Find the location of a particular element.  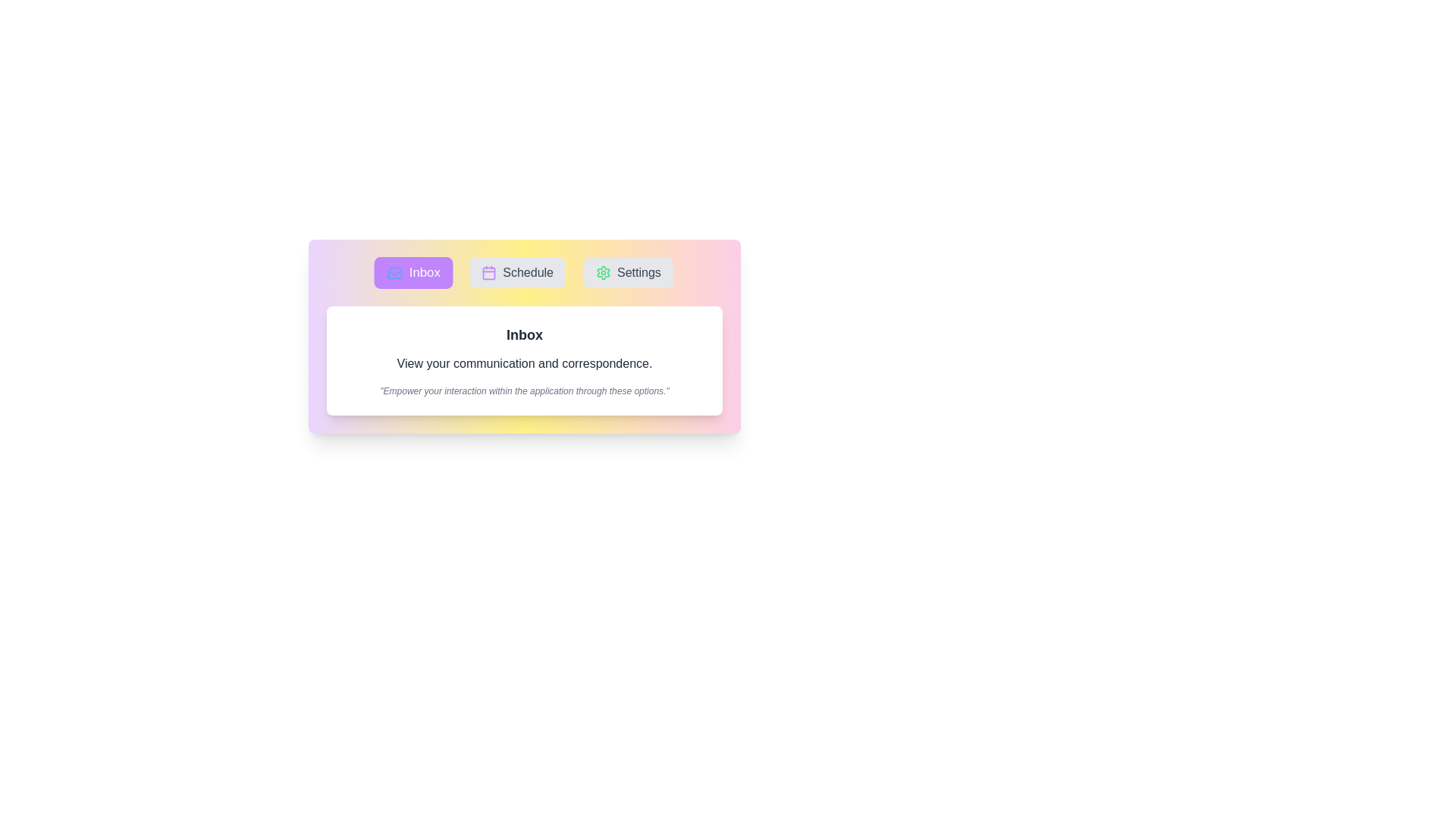

the Schedule tab to switch its content is located at coordinates (517, 271).